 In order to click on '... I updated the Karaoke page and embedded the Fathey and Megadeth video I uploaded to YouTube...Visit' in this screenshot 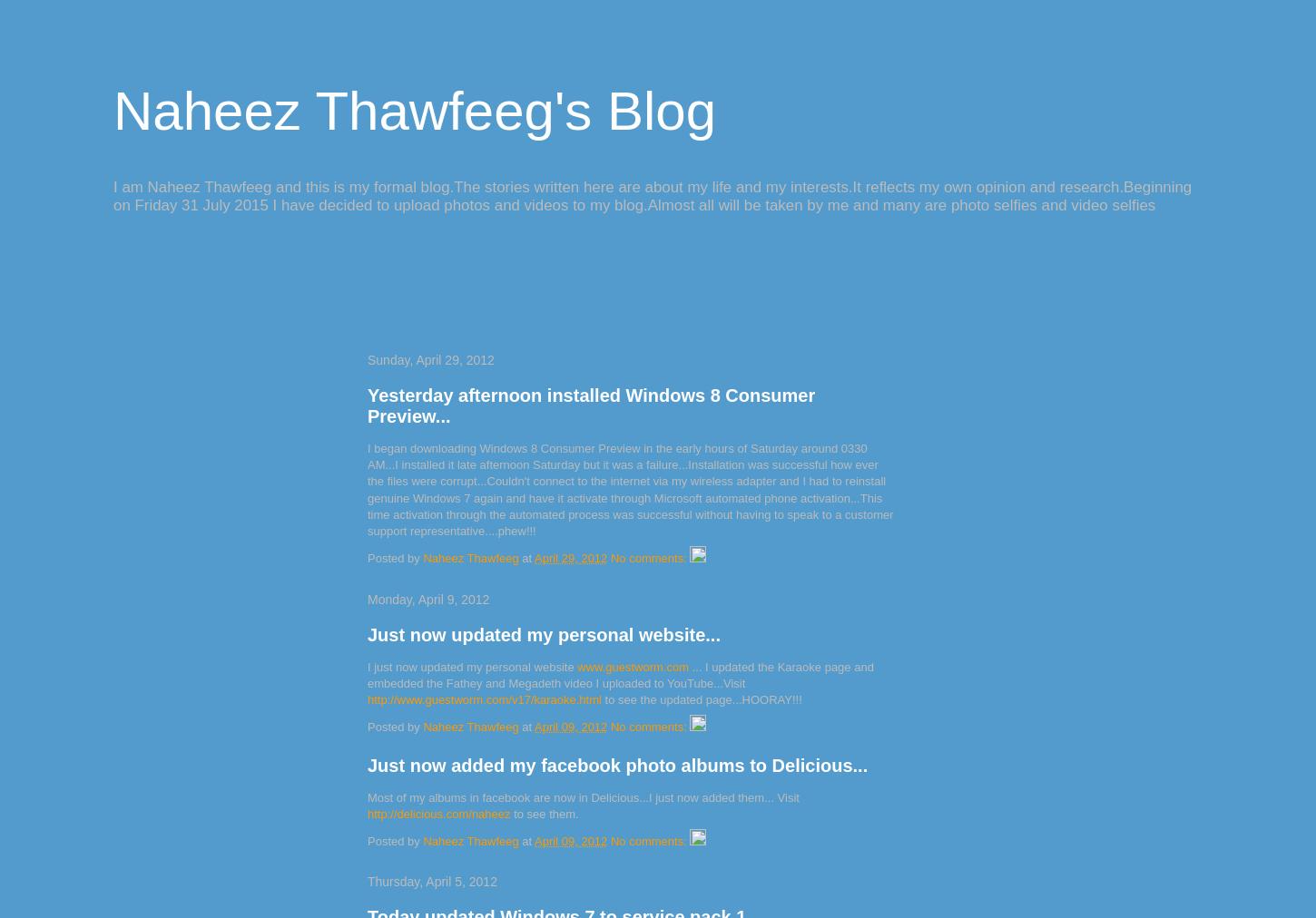, I will do `click(619, 674)`.